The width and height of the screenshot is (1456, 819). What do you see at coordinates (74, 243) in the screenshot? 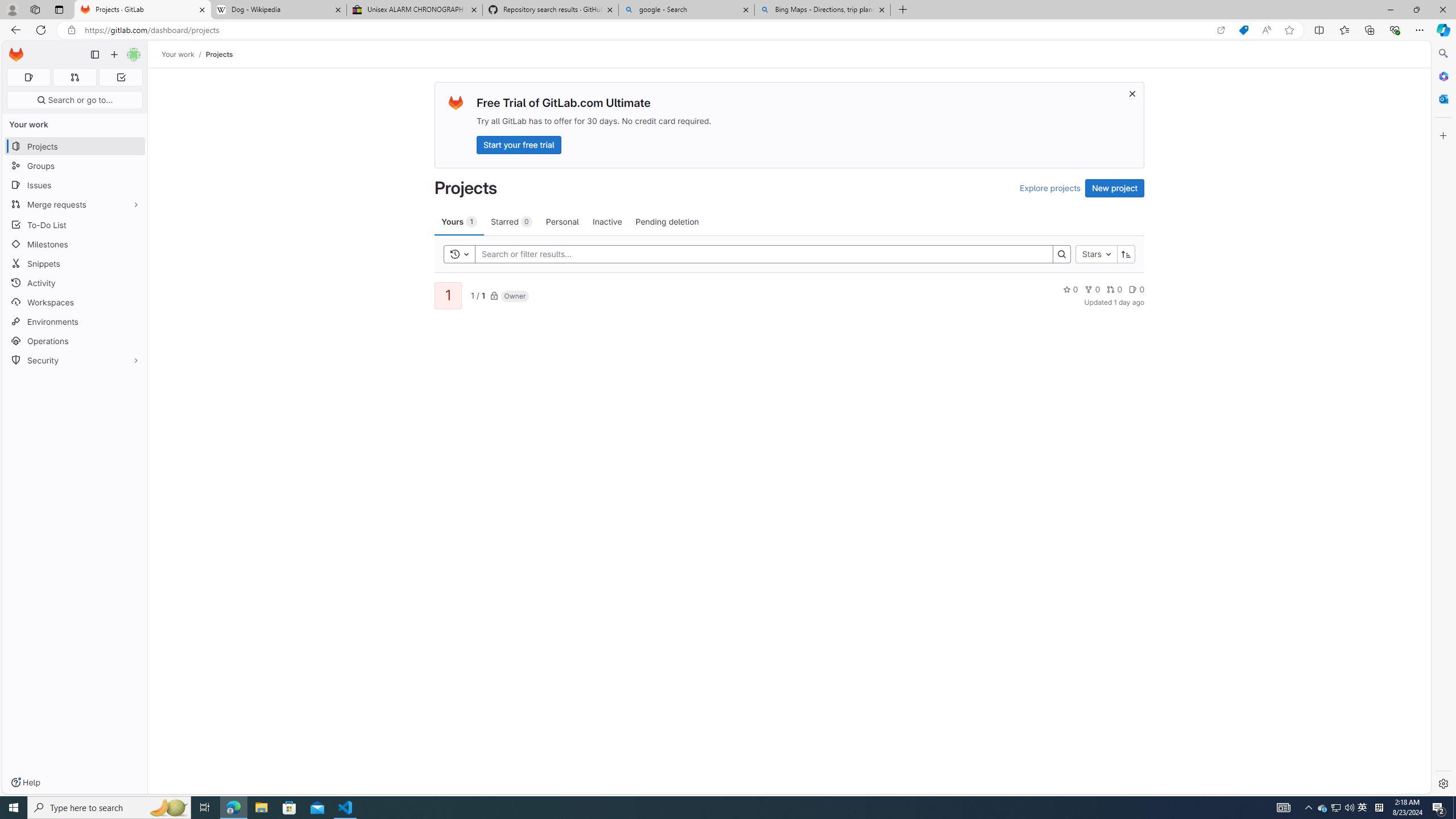
I see `'Milestones'` at bounding box center [74, 243].